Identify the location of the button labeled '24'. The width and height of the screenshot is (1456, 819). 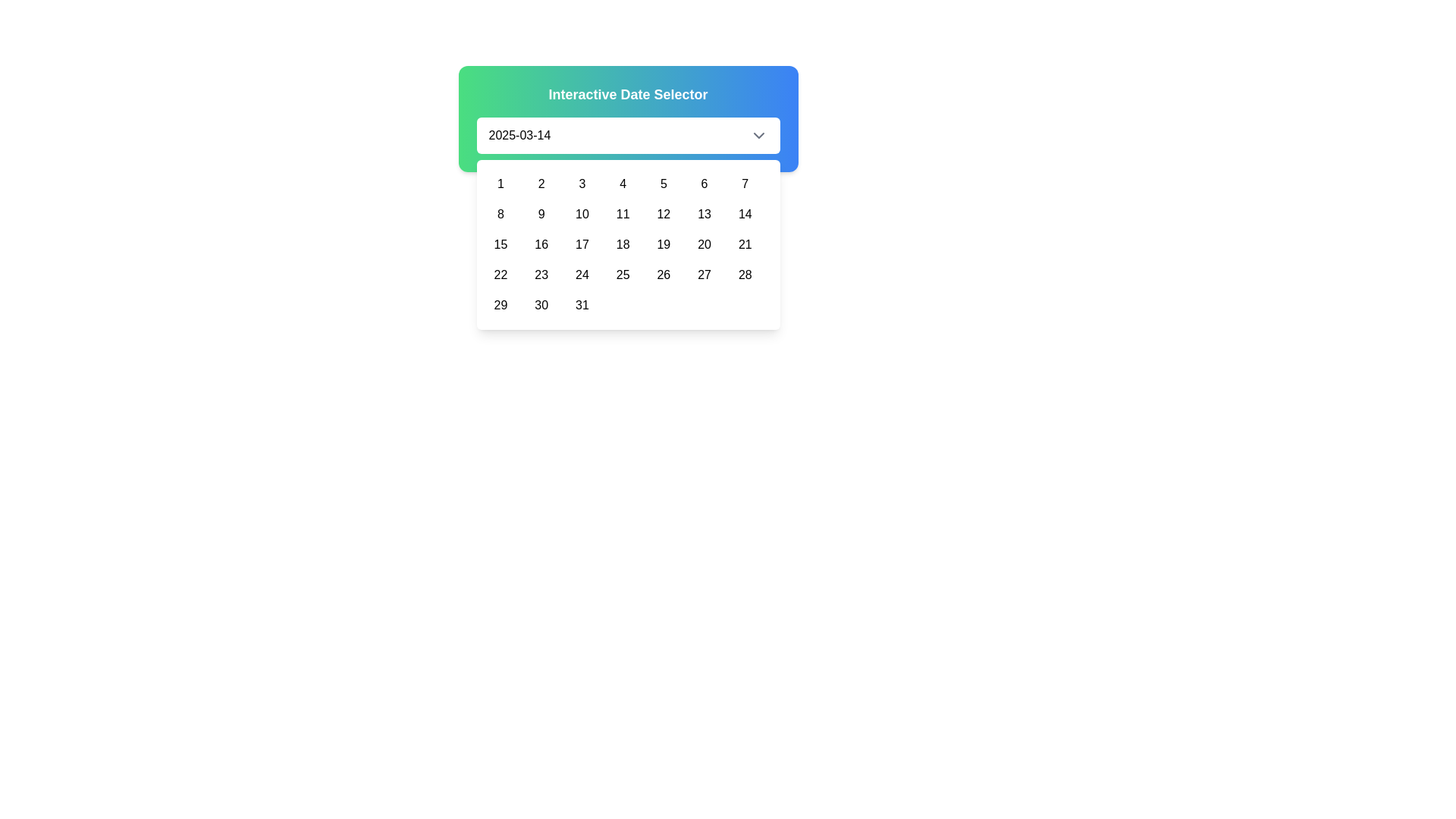
(582, 275).